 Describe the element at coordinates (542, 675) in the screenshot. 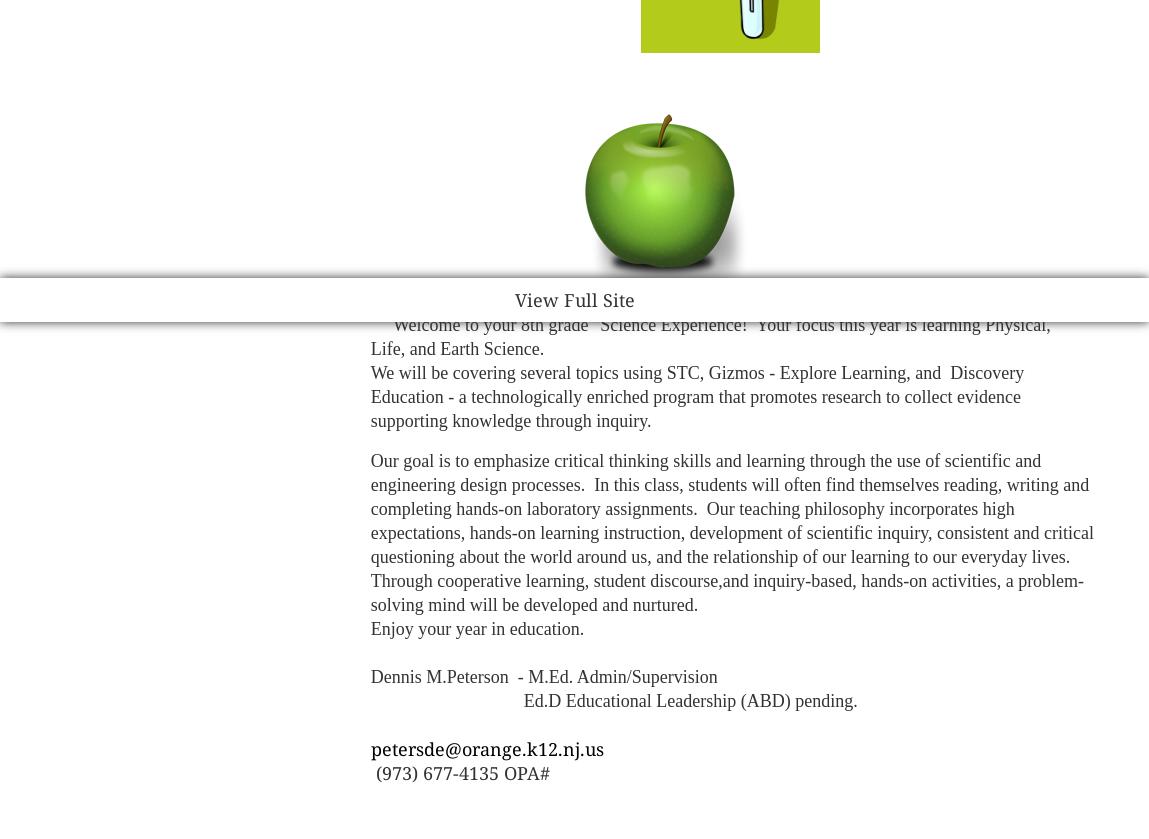

I see `'Dennis M.Peterson  - M.Ed. Admin/Supervision'` at that location.